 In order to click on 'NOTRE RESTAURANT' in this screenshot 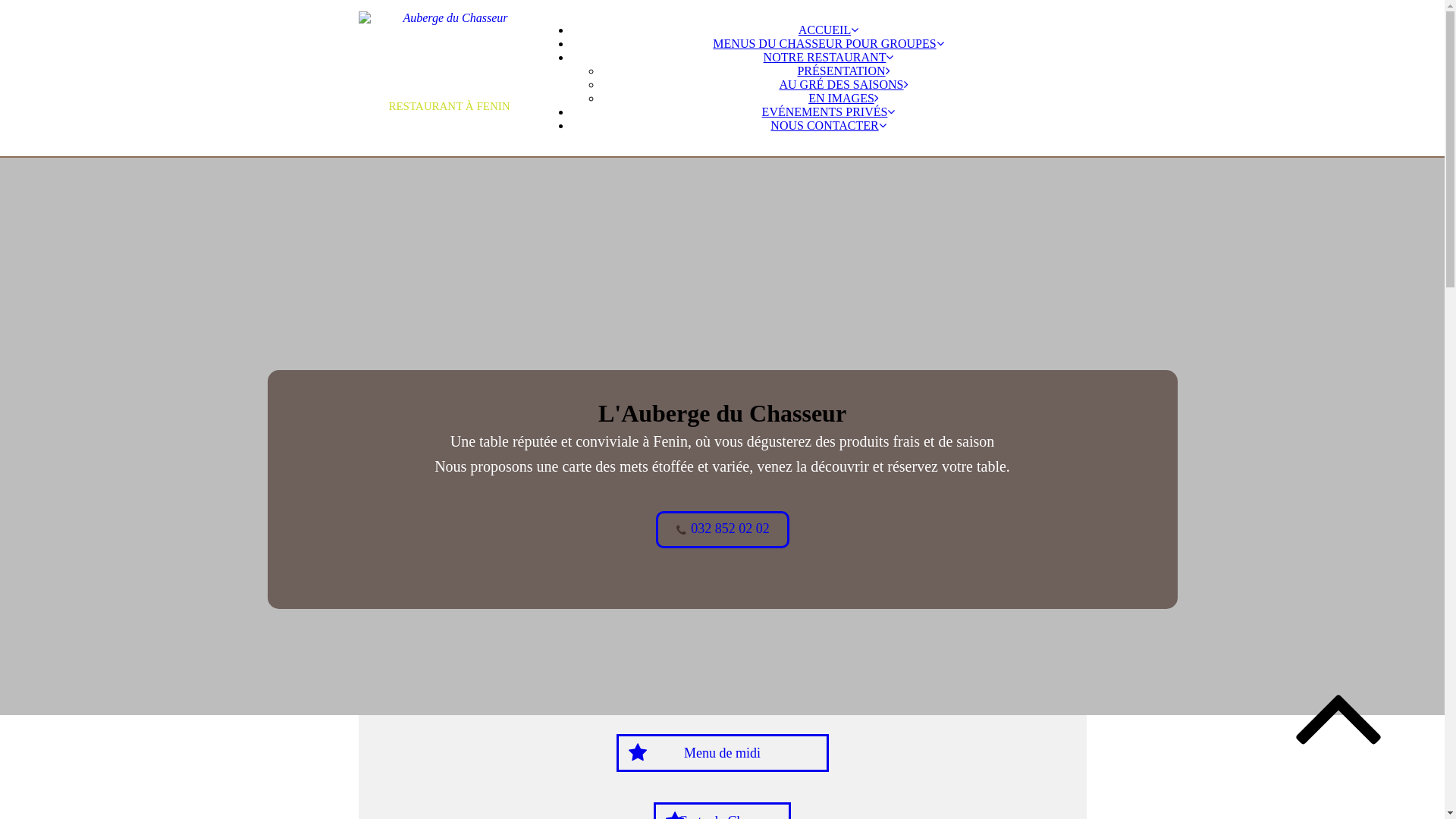, I will do `click(828, 56)`.